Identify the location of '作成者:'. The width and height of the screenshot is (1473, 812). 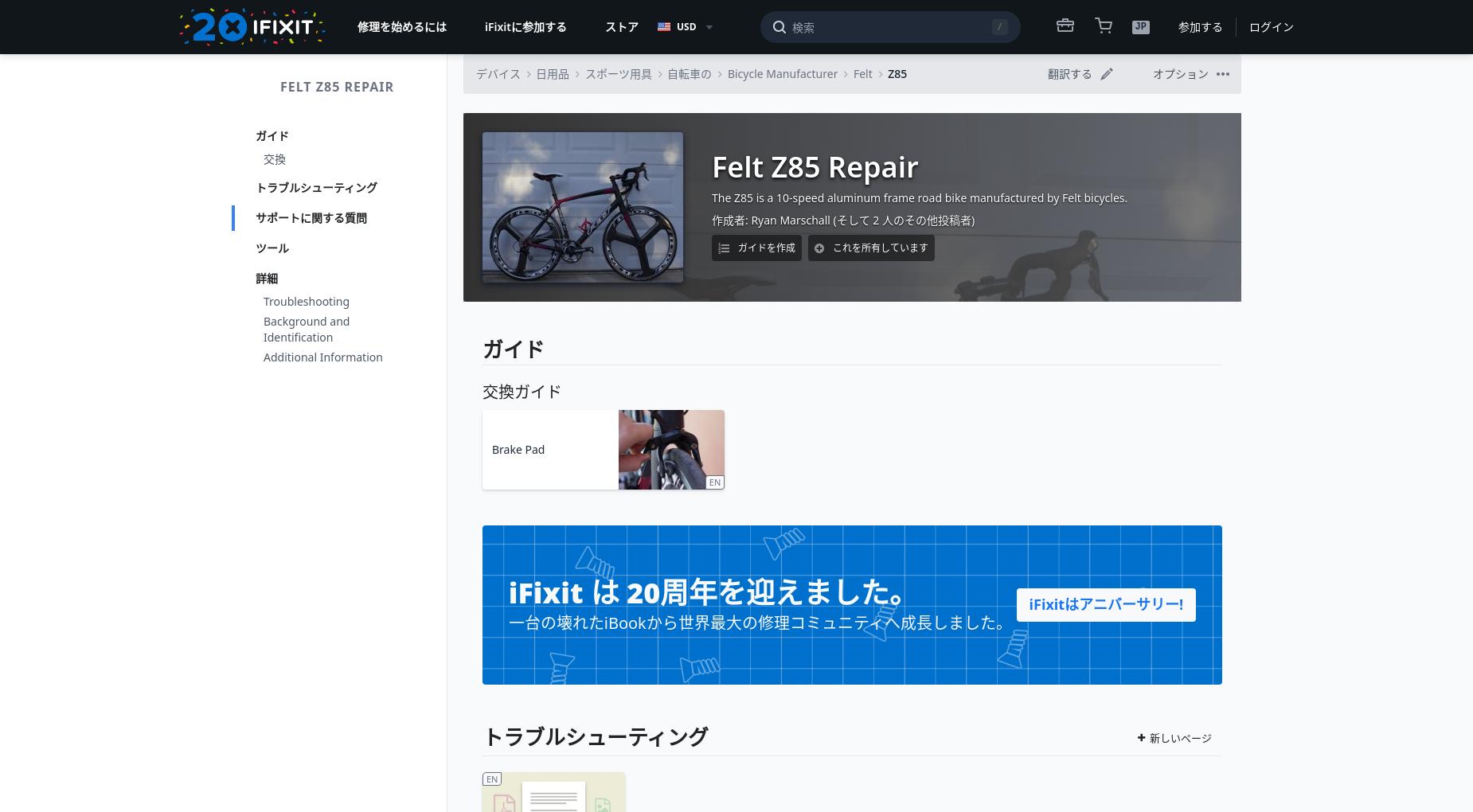
(731, 219).